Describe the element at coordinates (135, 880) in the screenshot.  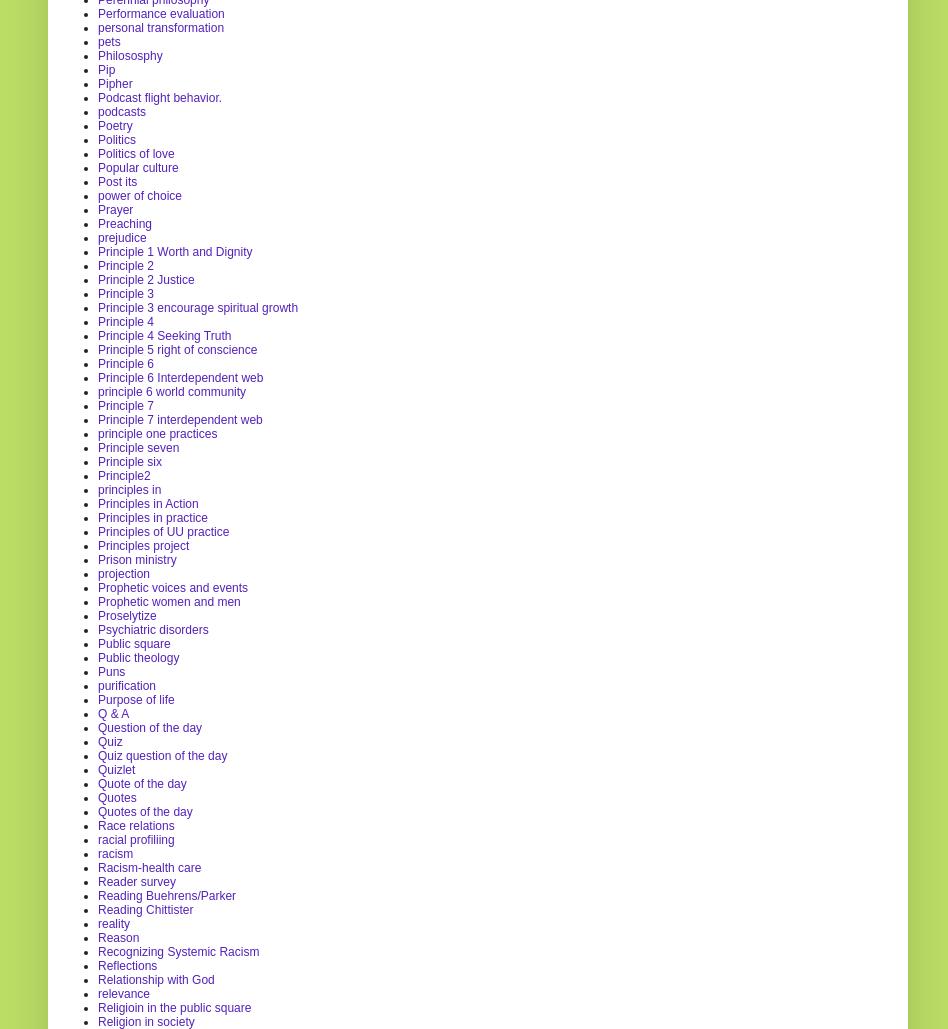
I see `'Reader survey'` at that location.